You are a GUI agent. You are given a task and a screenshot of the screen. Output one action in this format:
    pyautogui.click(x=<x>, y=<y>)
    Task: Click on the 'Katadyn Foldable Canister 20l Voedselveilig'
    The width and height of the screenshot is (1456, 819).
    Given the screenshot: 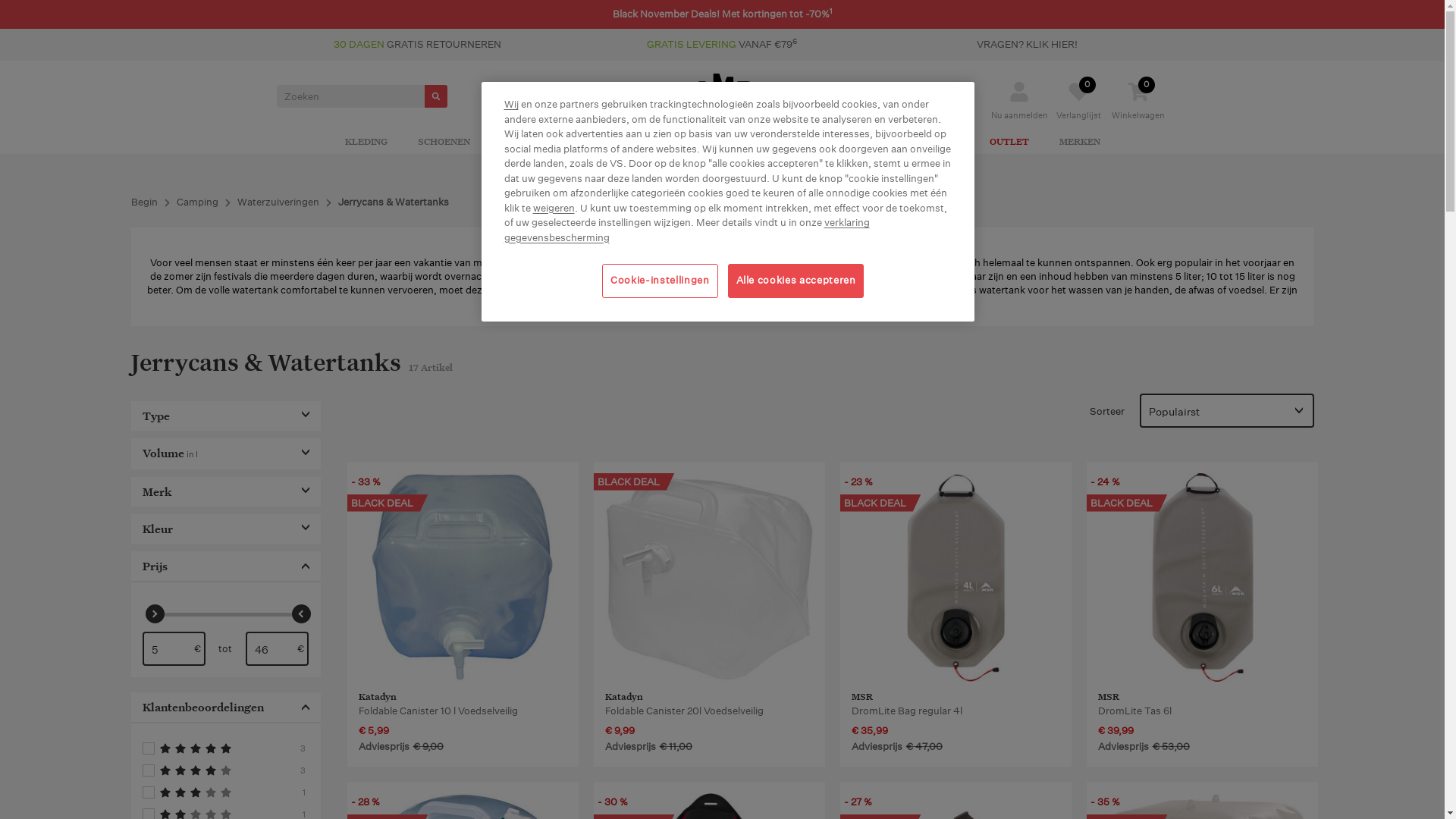 What is the action you would take?
    pyautogui.click(x=708, y=614)
    